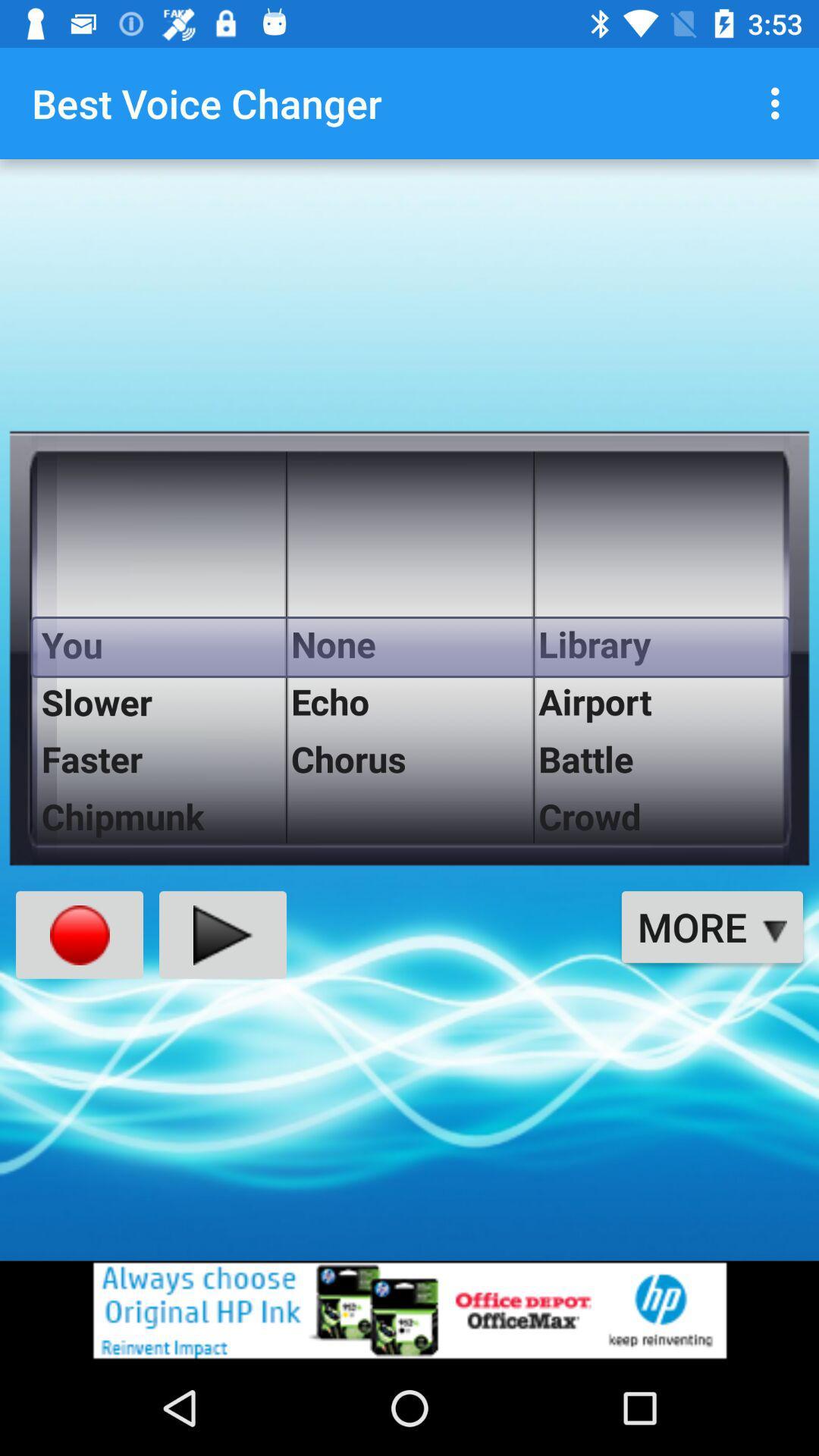 This screenshot has width=819, height=1456. Describe the element at coordinates (222, 934) in the screenshot. I see `the play icon` at that location.